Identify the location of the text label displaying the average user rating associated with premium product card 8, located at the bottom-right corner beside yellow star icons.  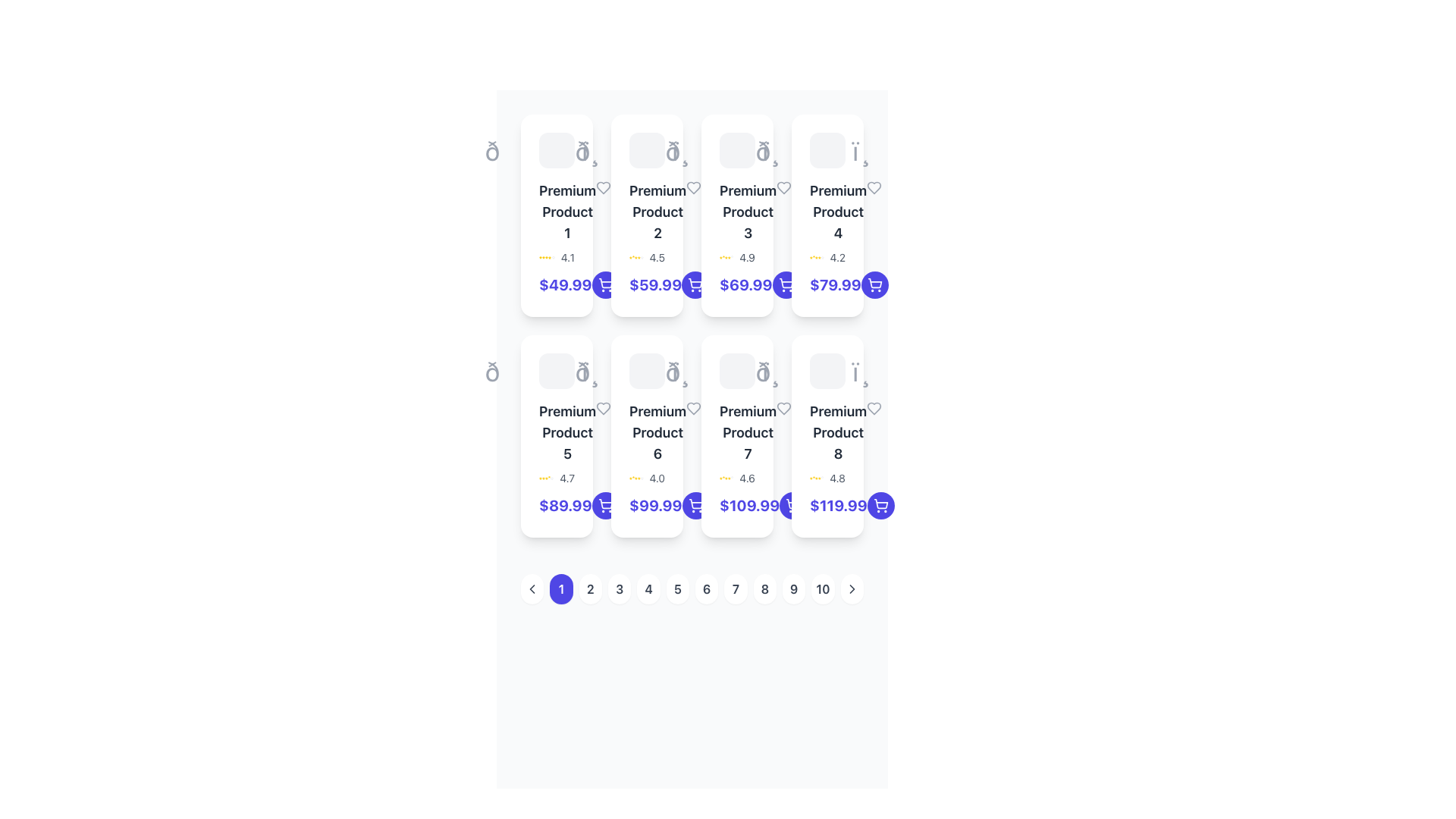
(836, 479).